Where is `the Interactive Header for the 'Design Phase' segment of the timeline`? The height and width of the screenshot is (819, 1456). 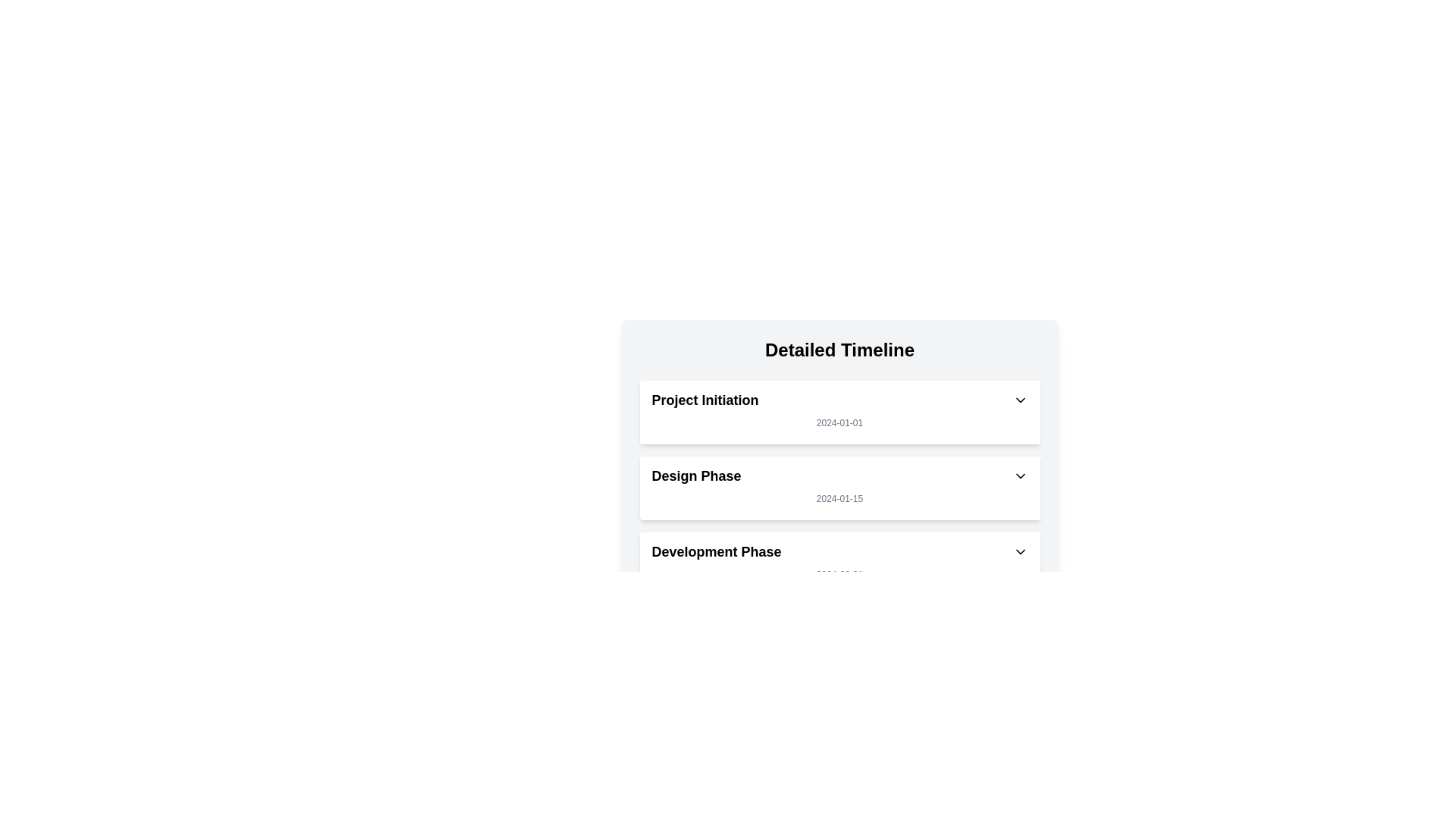
the Interactive Header for the 'Design Phase' segment of the timeline is located at coordinates (839, 475).